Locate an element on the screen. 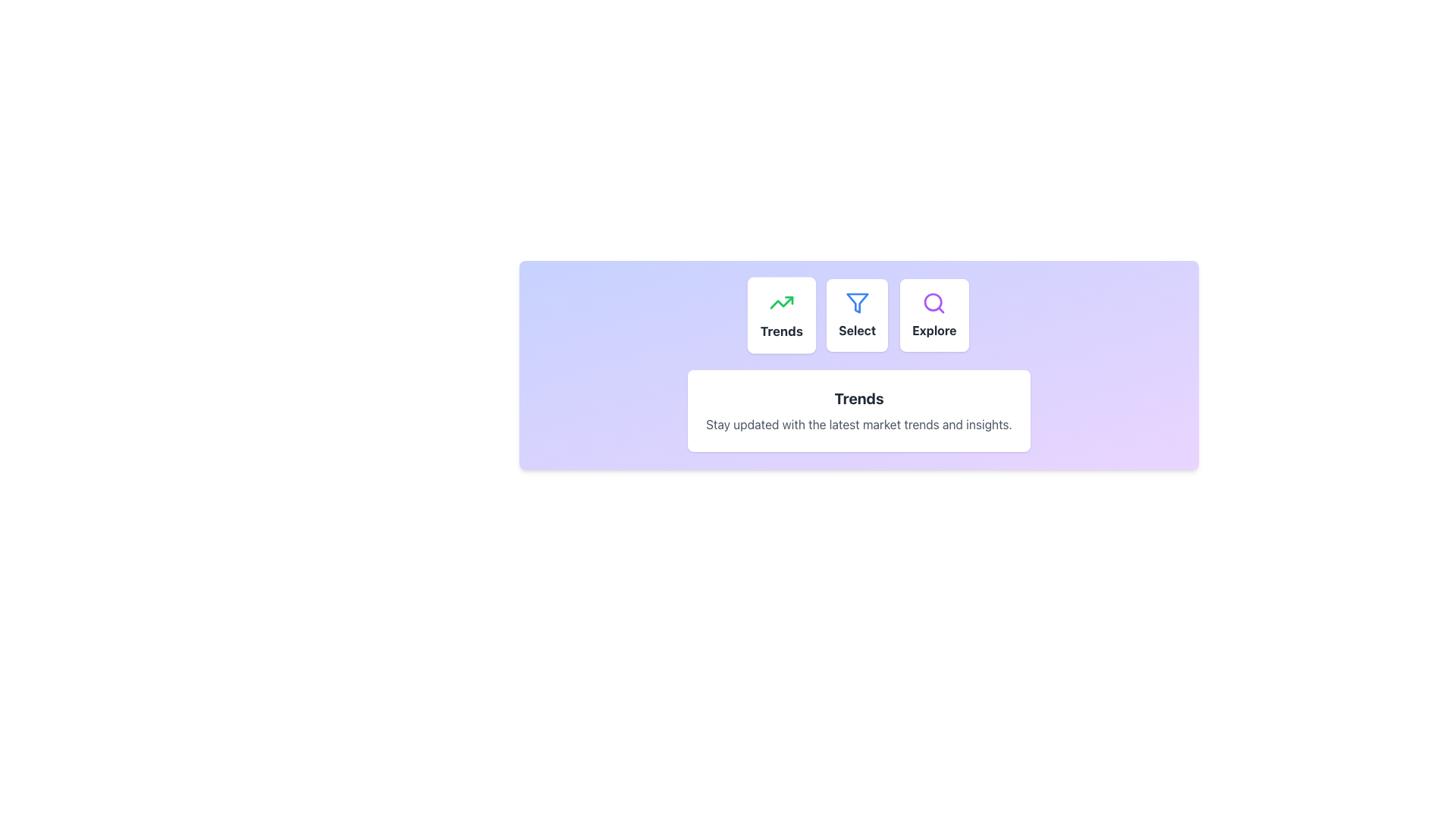 This screenshot has height=819, width=1456. the filtering function icon, which is the middle icon in a horizontal row of three icons is located at coordinates (857, 303).